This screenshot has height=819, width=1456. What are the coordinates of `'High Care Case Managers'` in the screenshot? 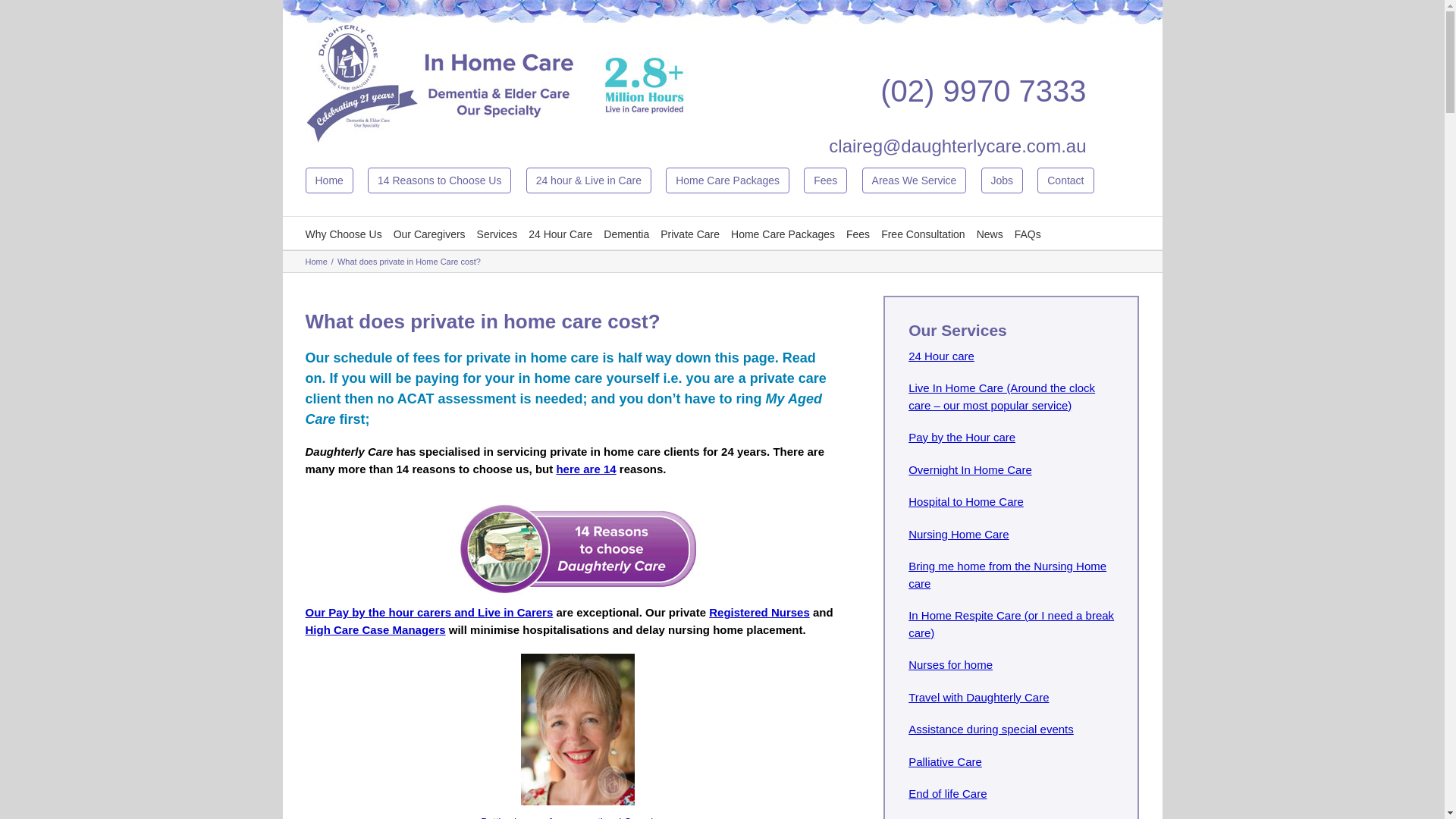 It's located at (304, 629).